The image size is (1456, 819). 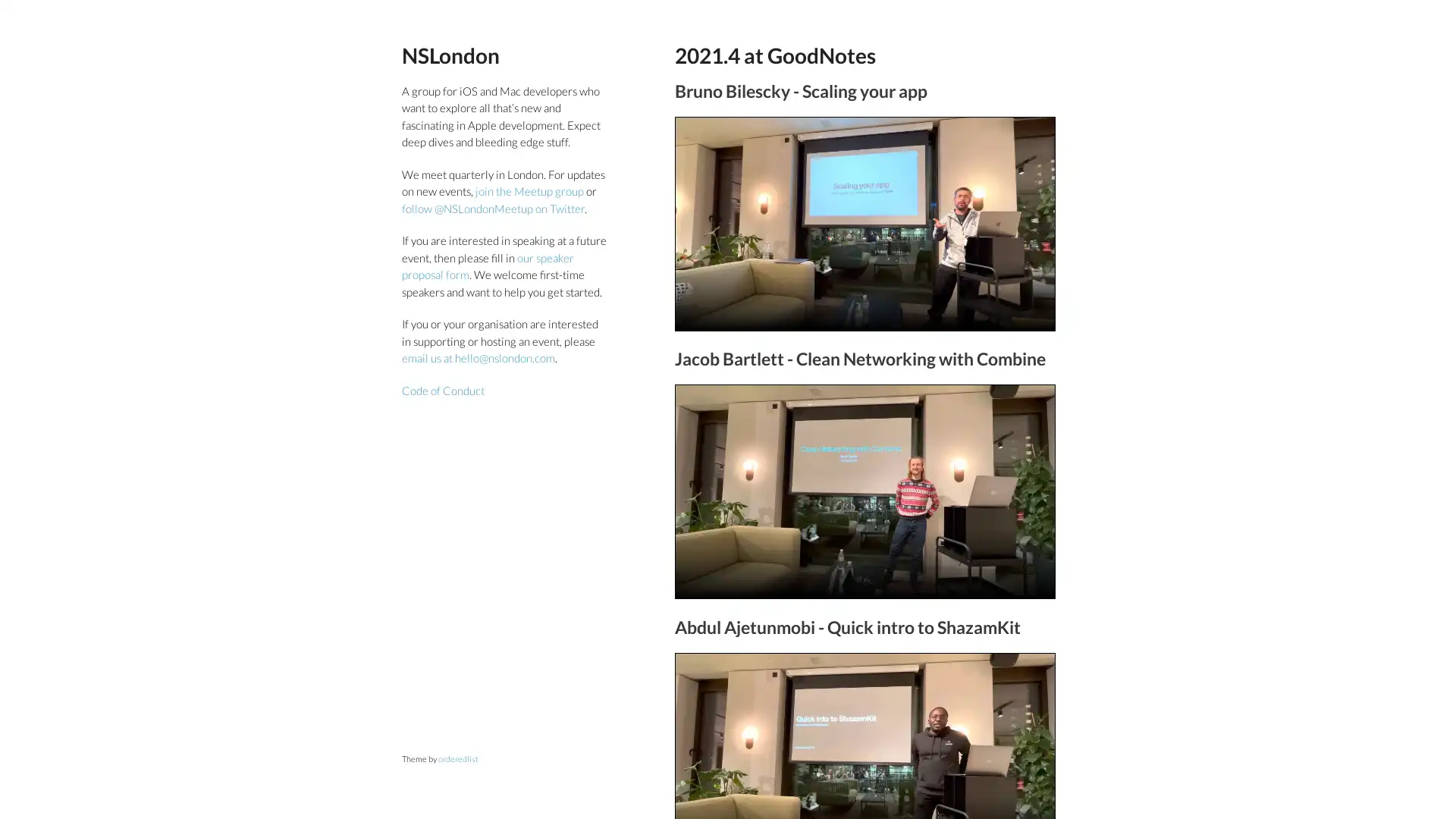 What do you see at coordinates (1036, 293) in the screenshot?
I see `show more media controls` at bounding box center [1036, 293].